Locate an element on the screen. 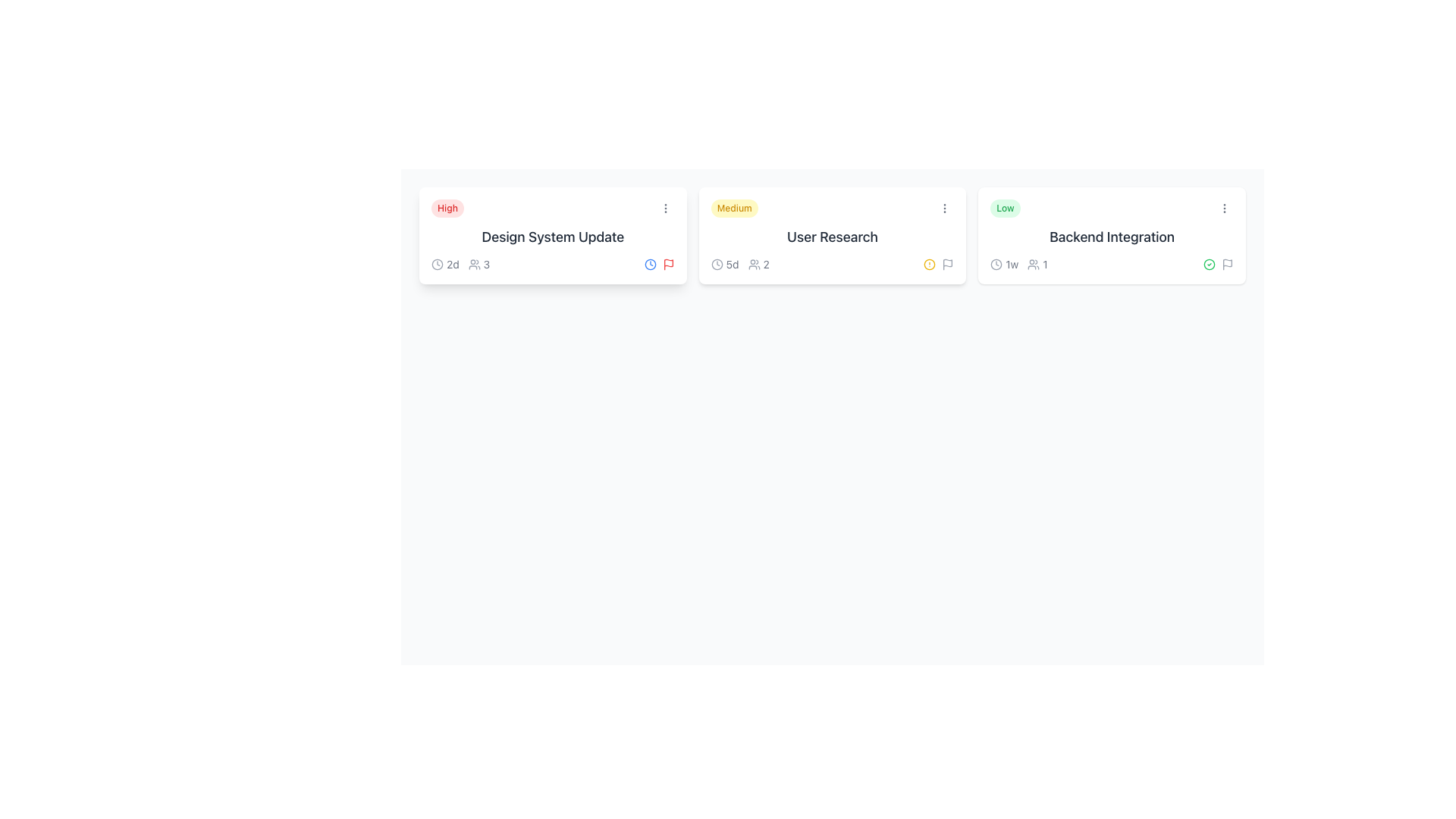  the small text label displaying the number '1' in light gray color, which is positioned at the center-bottom of the 'Backend Integration' card, to the right of the user icon is located at coordinates (1044, 263).